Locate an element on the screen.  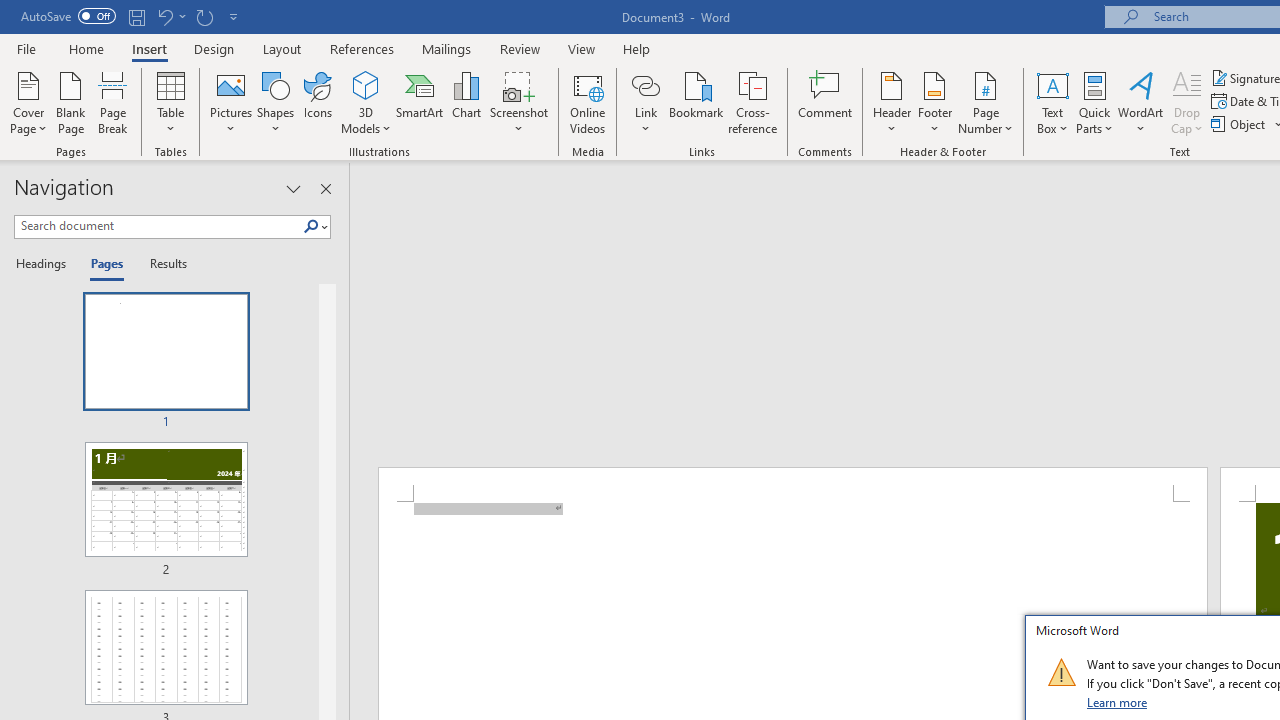
'Bookmark...' is located at coordinates (696, 103).